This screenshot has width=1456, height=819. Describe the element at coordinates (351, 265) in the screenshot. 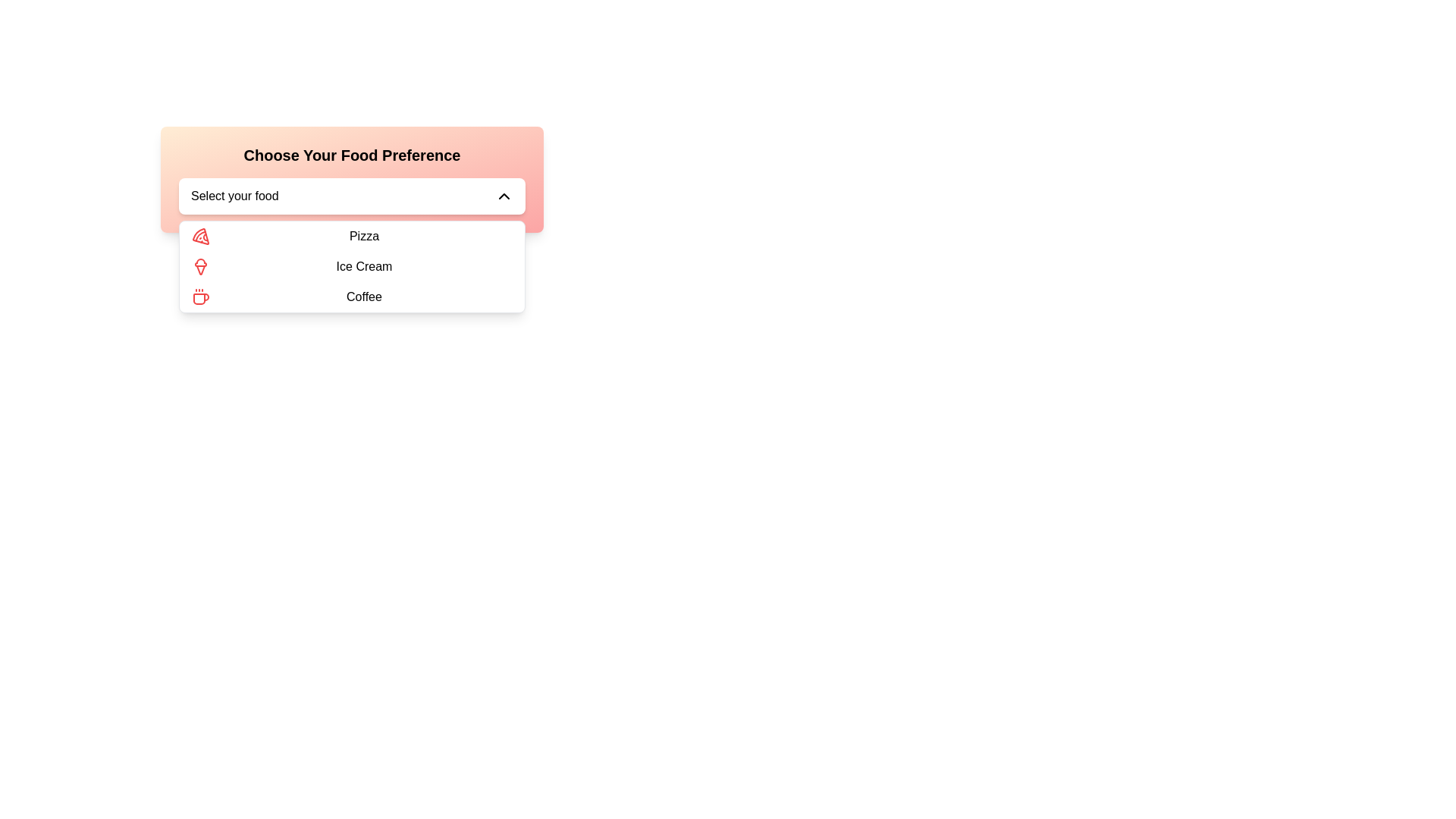

I see `the second menu item in the dropdown list, which features a red ice cream cone icon and the text 'Ice Cream'` at that location.